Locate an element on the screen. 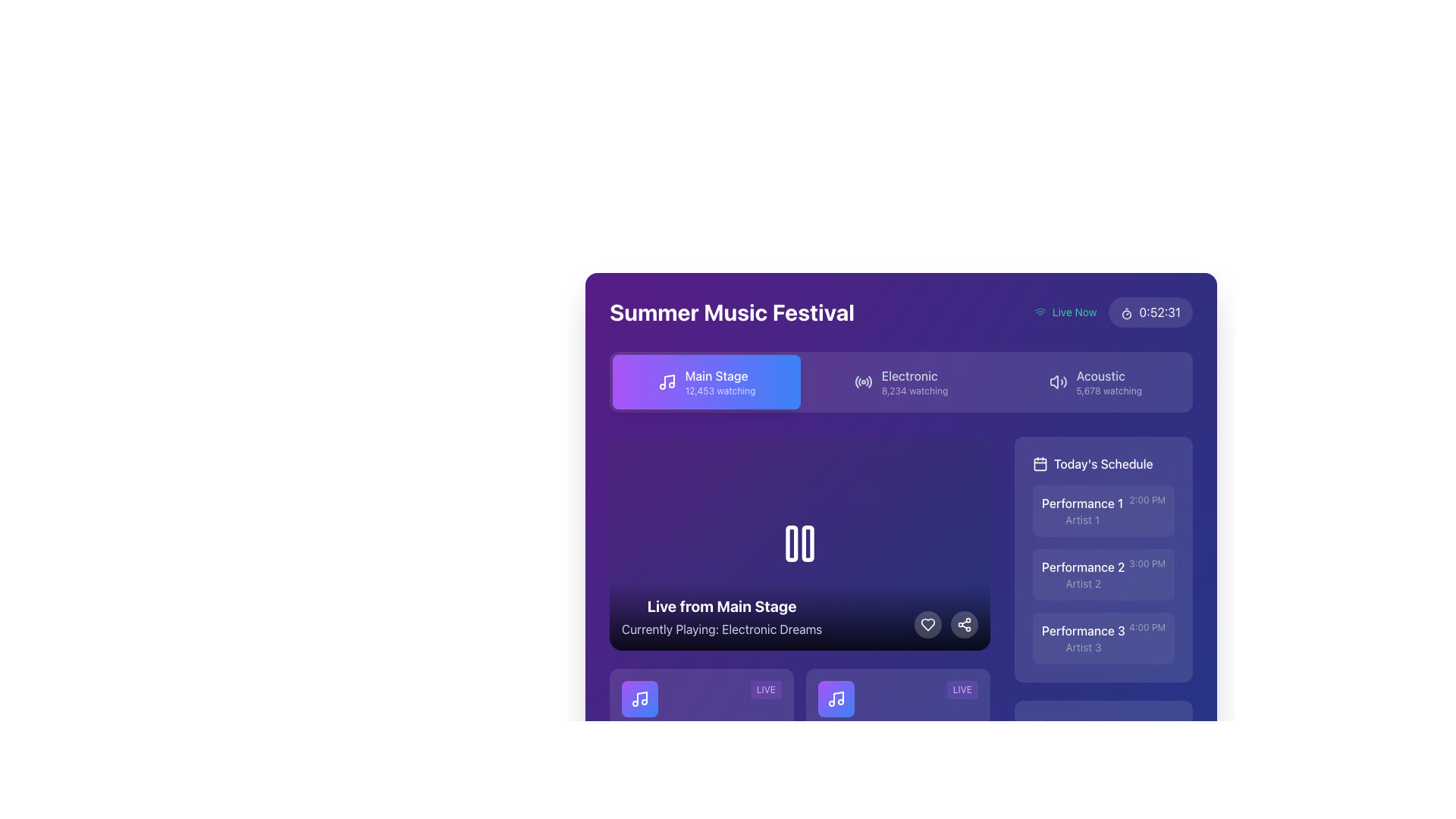 The width and height of the screenshot is (1456, 819). the 'Electronic' stage selector button is located at coordinates (901, 381).